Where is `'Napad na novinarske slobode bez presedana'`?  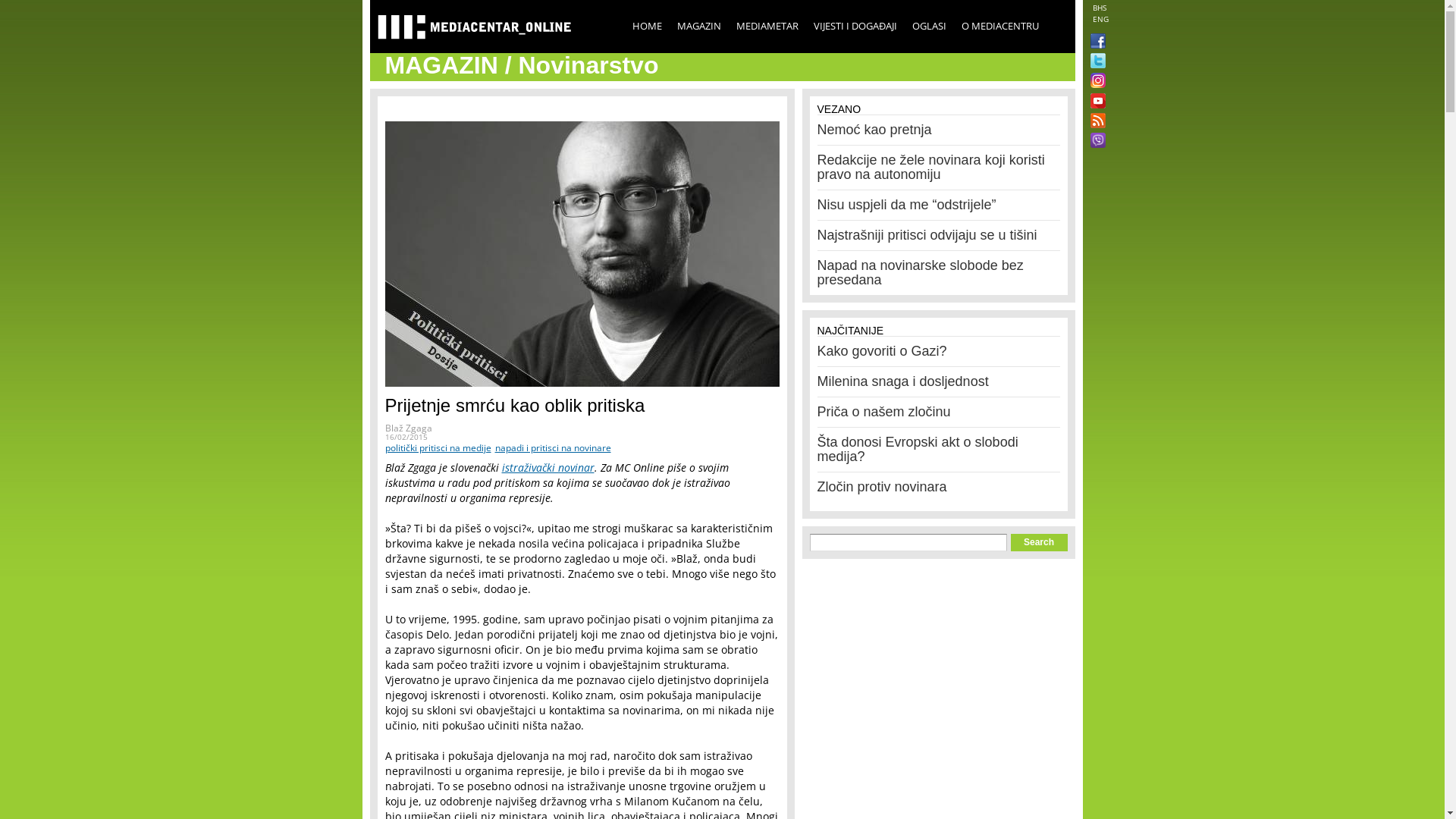 'Napad na novinarske slobode bez presedana' is located at coordinates (920, 271).